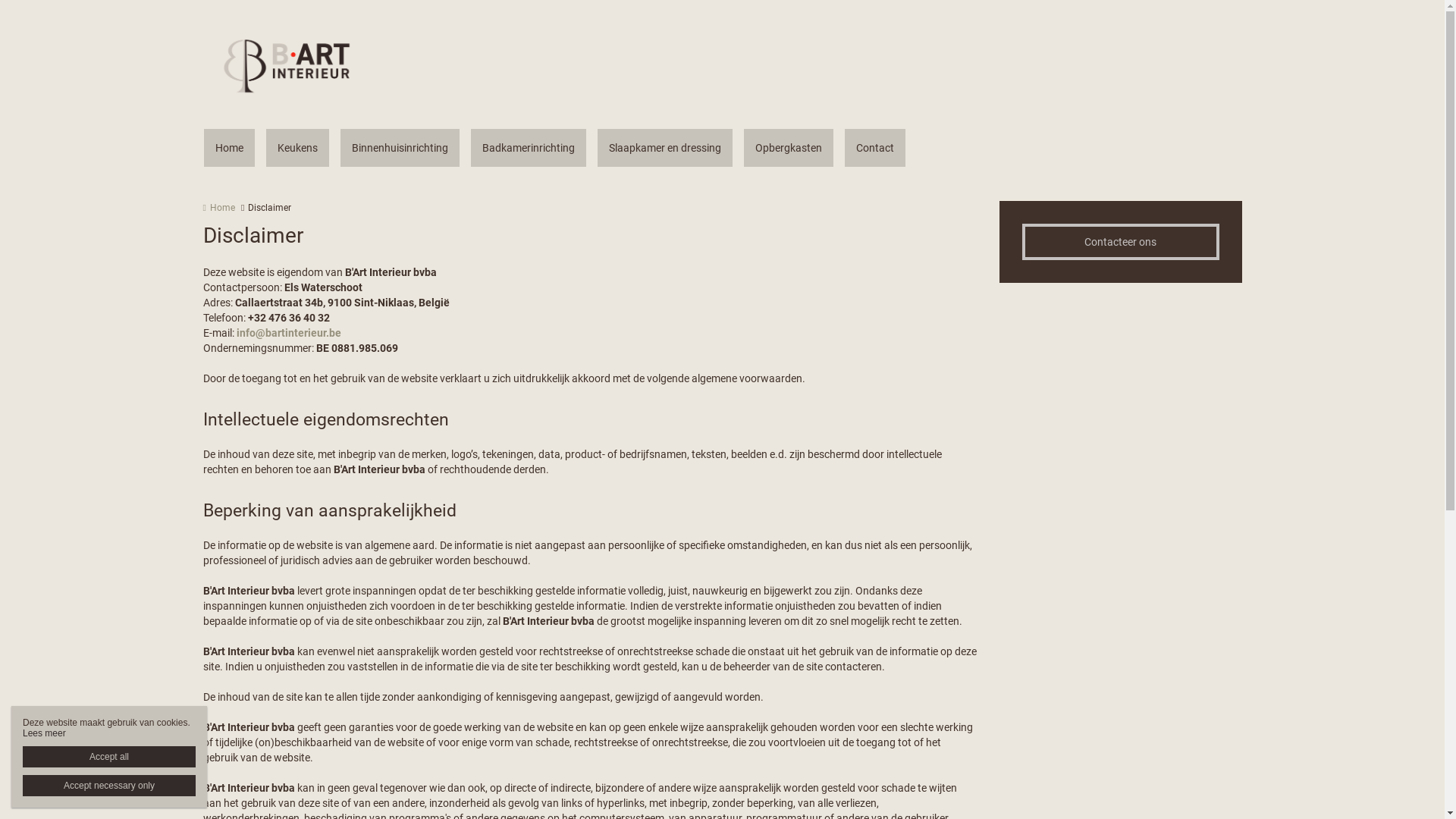  Describe the element at coordinates (874, 148) in the screenshot. I see `'Contact'` at that location.